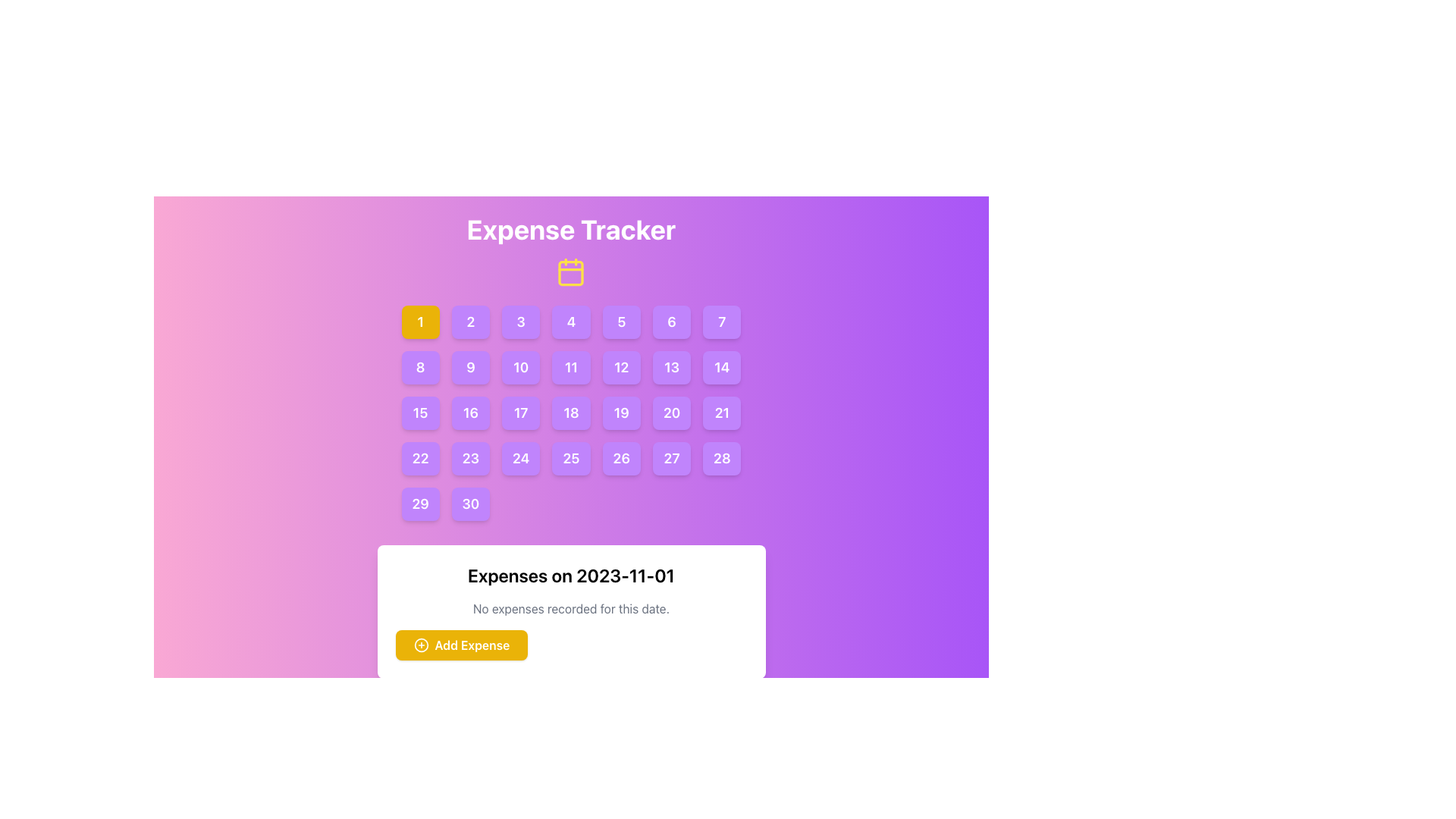 The image size is (1456, 819). Describe the element at coordinates (721, 368) in the screenshot. I see `the button labeled '14', which is a rounded rectangular button with a purple background that turns yellow on hover and white text, to invoke its associated action programmatically` at that location.